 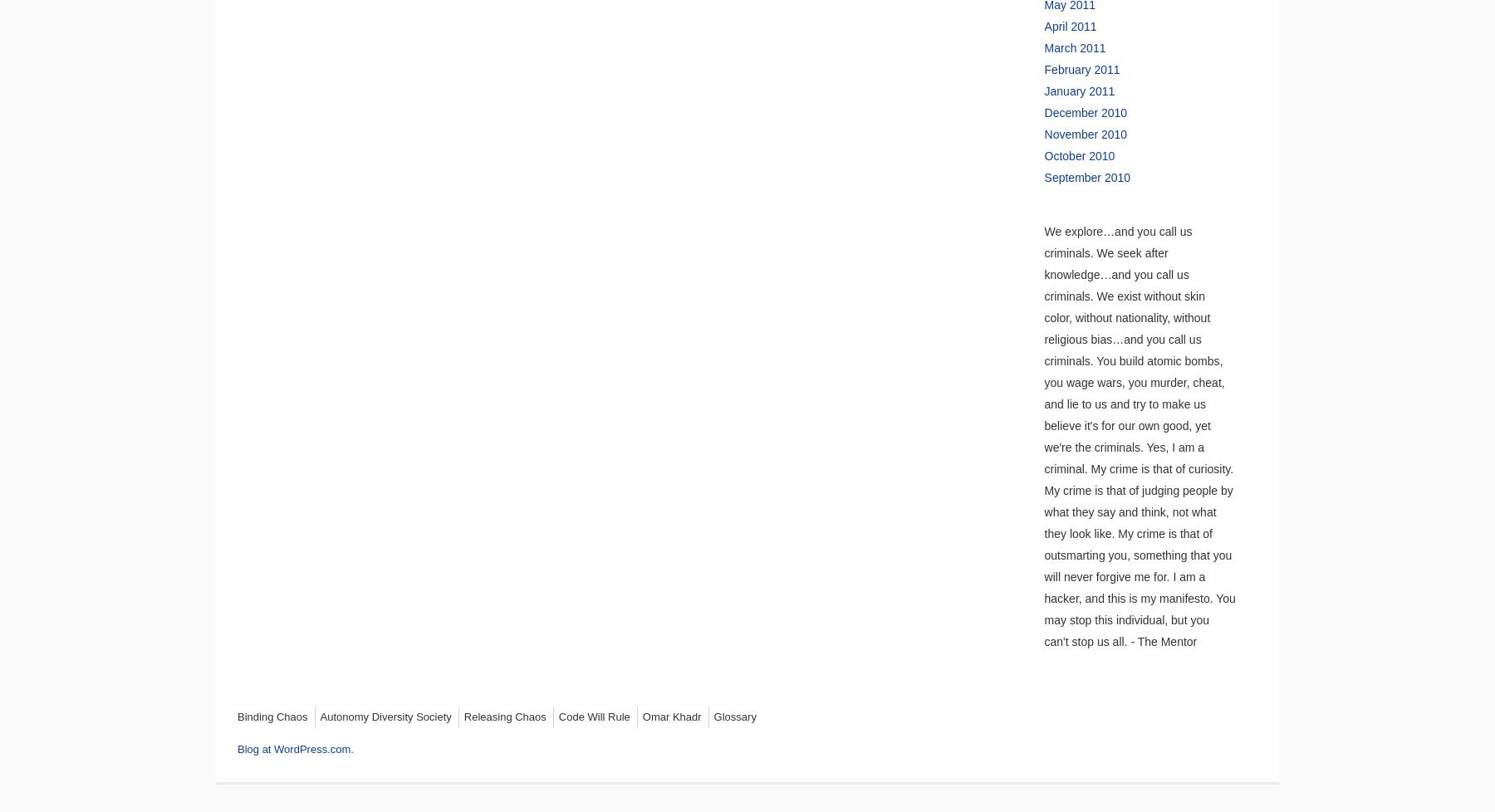 What do you see at coordinates (1138, 436) in the screenshot?
I see `'We explore…and you call us criminals. We seek after knowledge…and you call us criminals. We exist without skin color, without nationality, without religious bias…and you call us criminals. You build atomic bombs, you wage wars, you murder, cheat, and lie to us and try to make us believe it's for our own good, yet we're the criminals. Yes, I am a criminal. My crime is that of curiosity. My crime is that of judging people by what they say and think, not what they look like. My crime is that of outsmarting you, something that you will never forgive me for. I am a hacker, and this is my manifesto. You may stop this individual, but you can't stop us all. - The Mentor'` at bounding box center [1138, 436].